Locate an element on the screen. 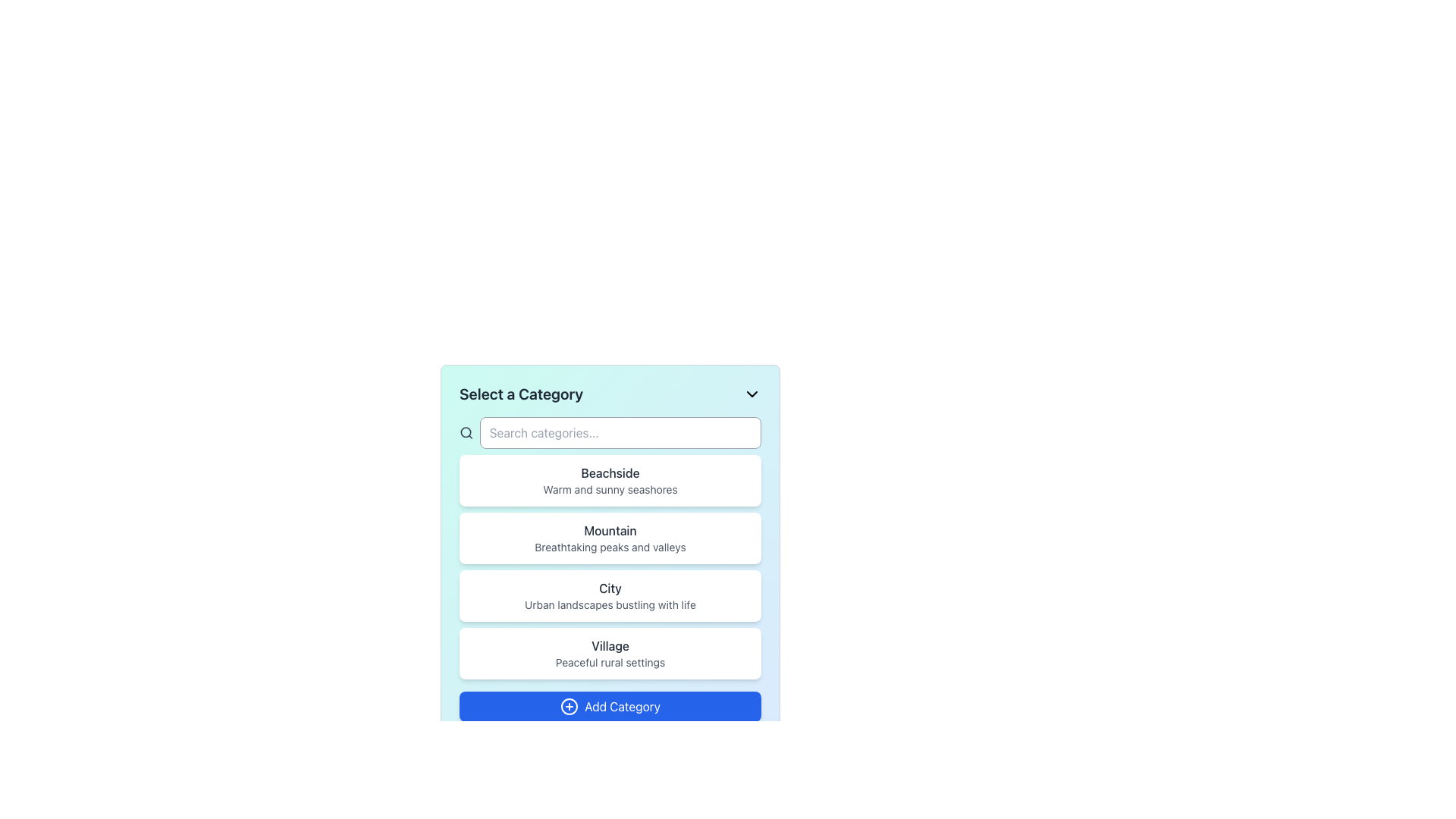 This screenshot has width=1456, height=819. the circular graphical component within the SVG that represents the search icon located at the top-left corner of the 'Search categories...' input field is located at coordinates (465, 432).